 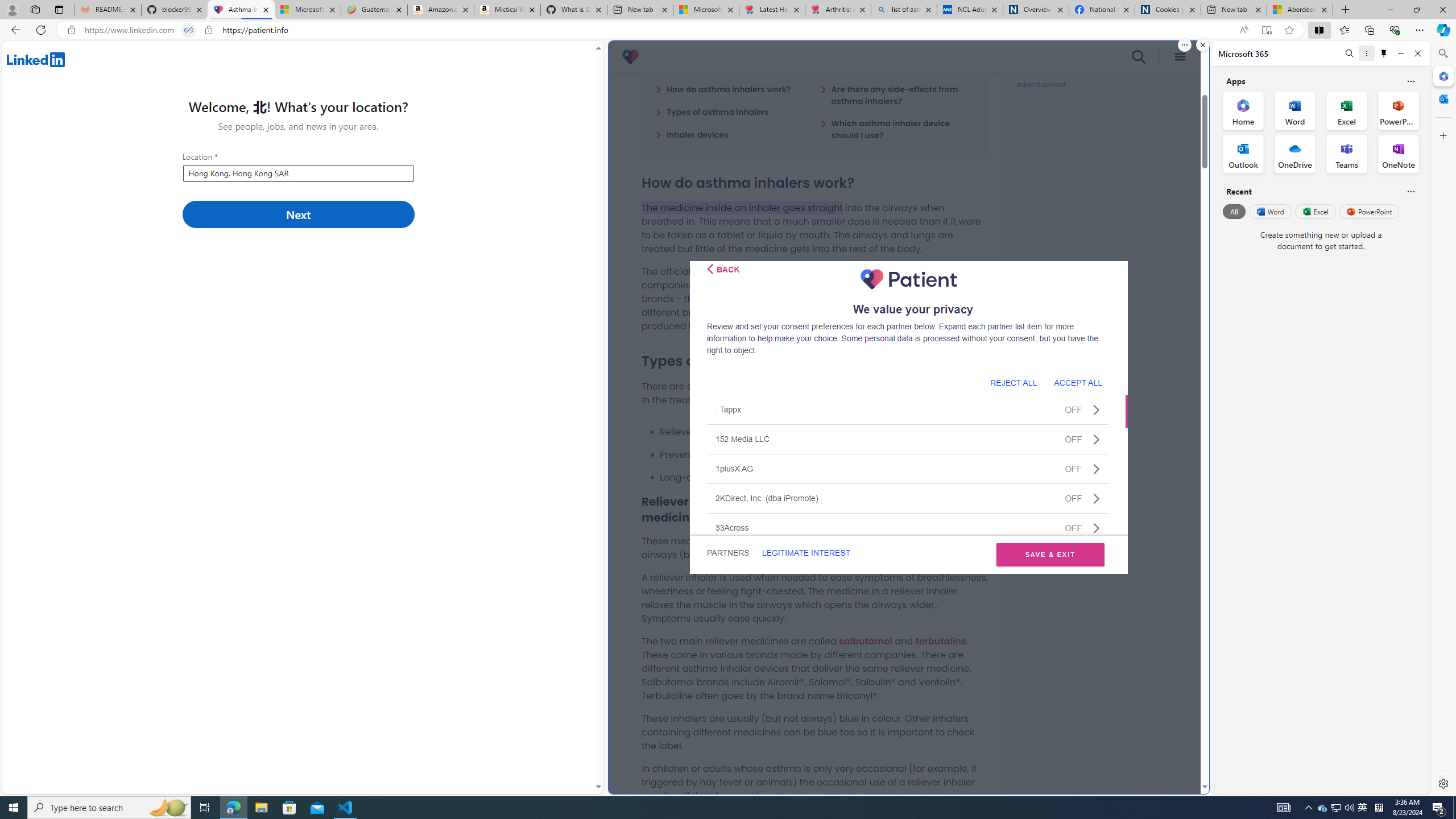 I want to click on 'Aberdeen, Hong Kong SAR hourly forecast | Microsoft Weather', so click(x=1300, y=9).